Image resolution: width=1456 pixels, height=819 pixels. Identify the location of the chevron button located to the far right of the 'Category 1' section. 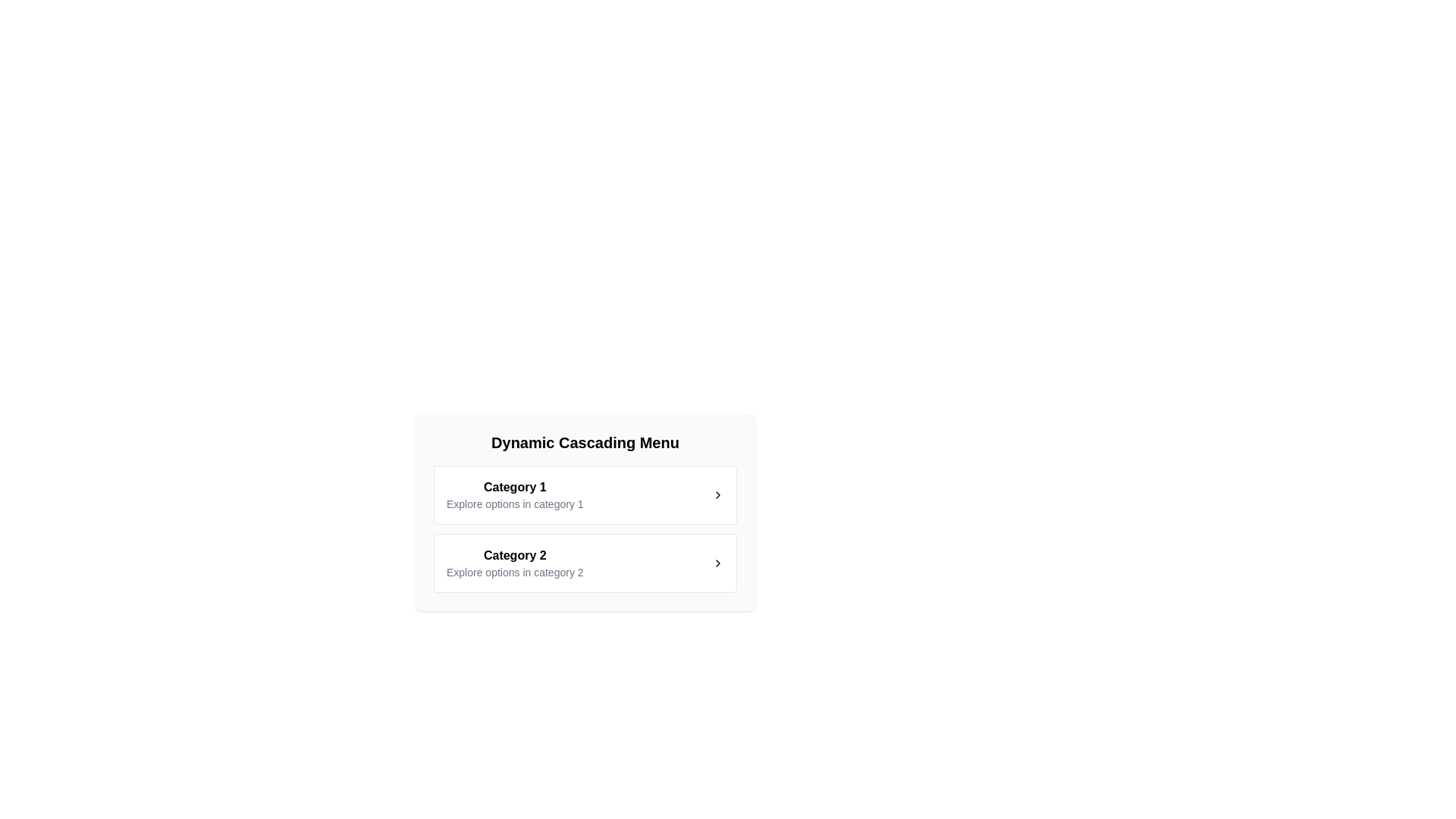
(717, 494).